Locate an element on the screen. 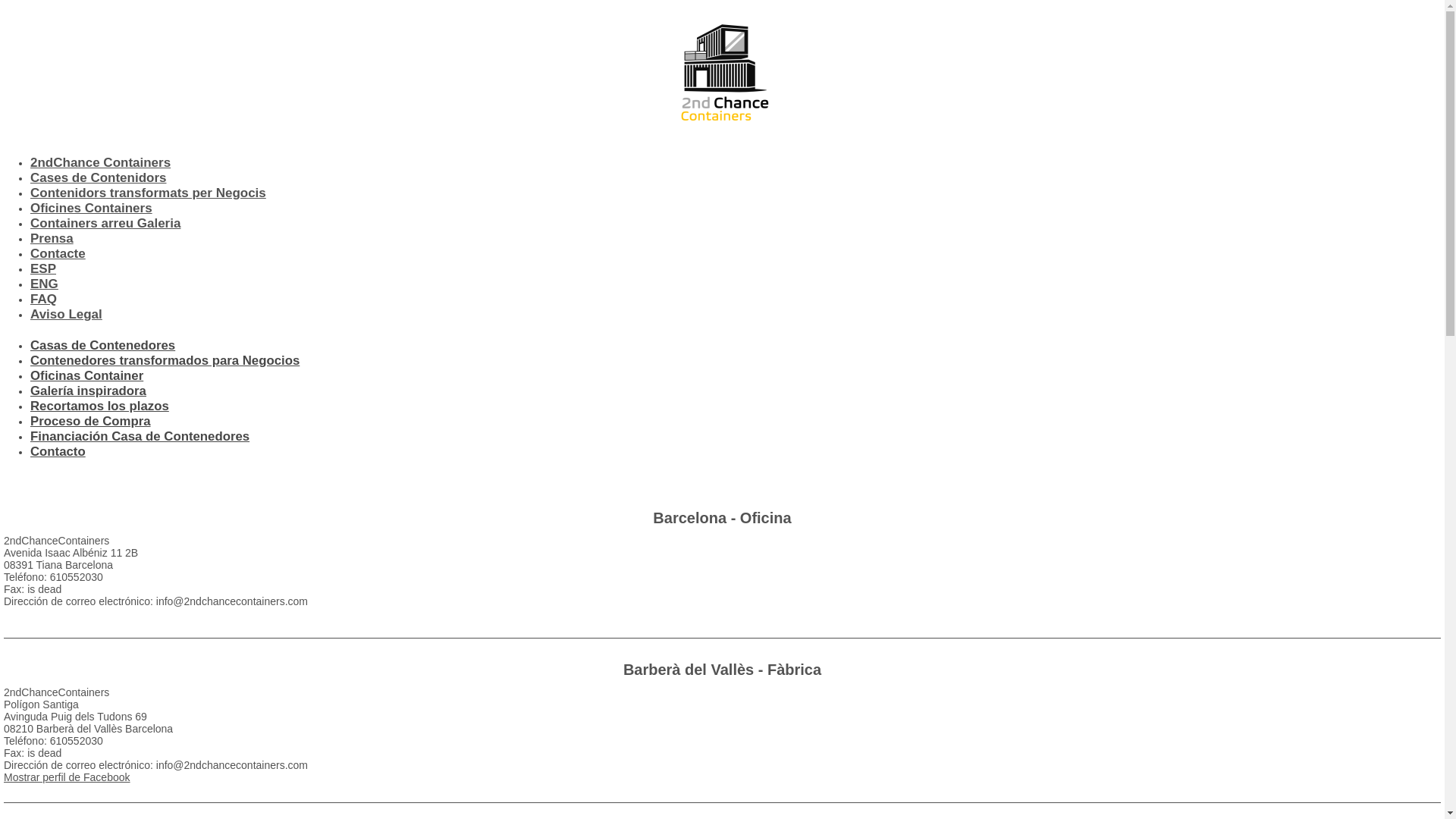  'Aviso Legal' is located at coordinates (30, 313).